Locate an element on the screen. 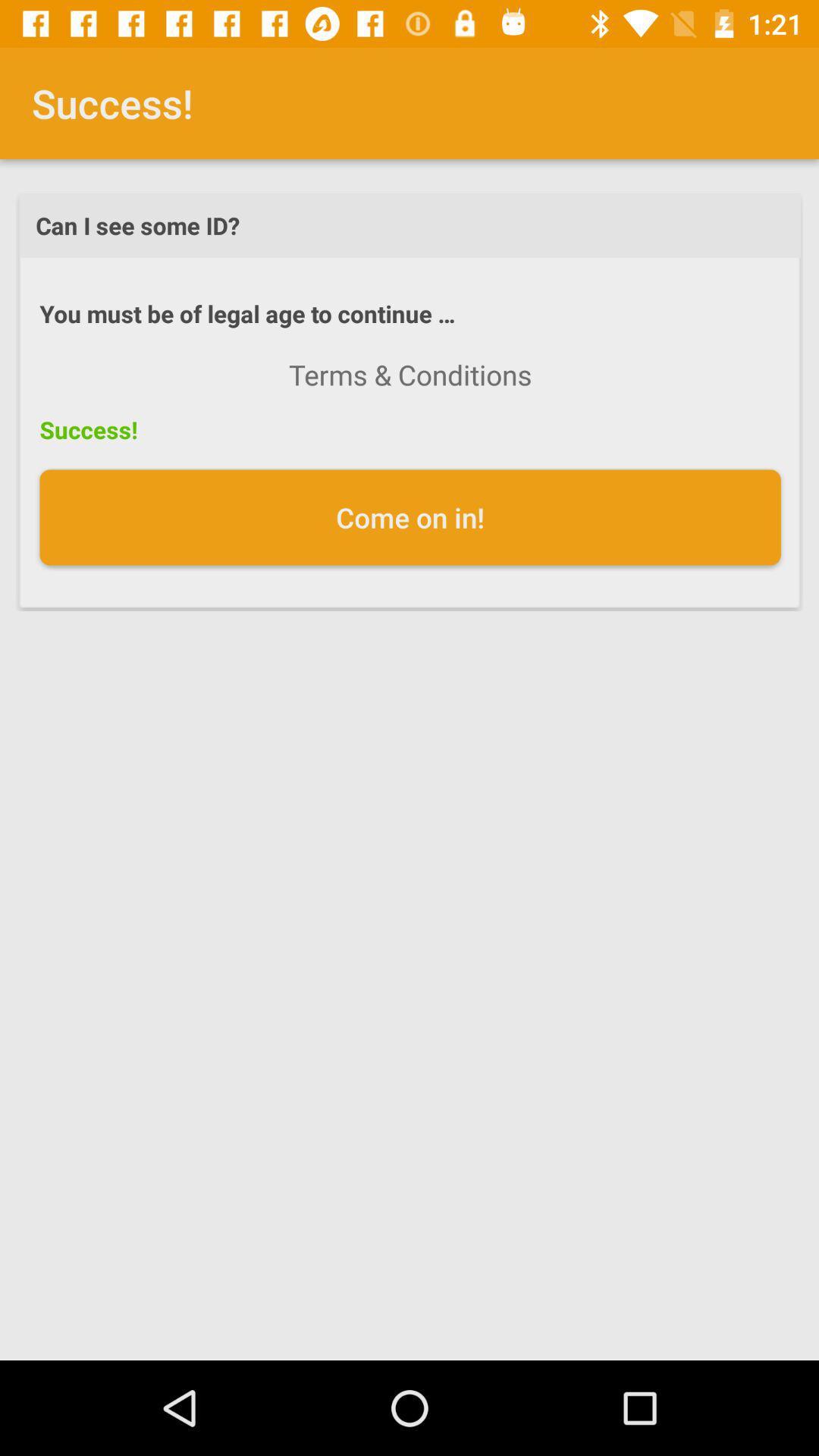 The image size is (819, 1456). the item above the come on in! icon is located at coordinates (410, 375).